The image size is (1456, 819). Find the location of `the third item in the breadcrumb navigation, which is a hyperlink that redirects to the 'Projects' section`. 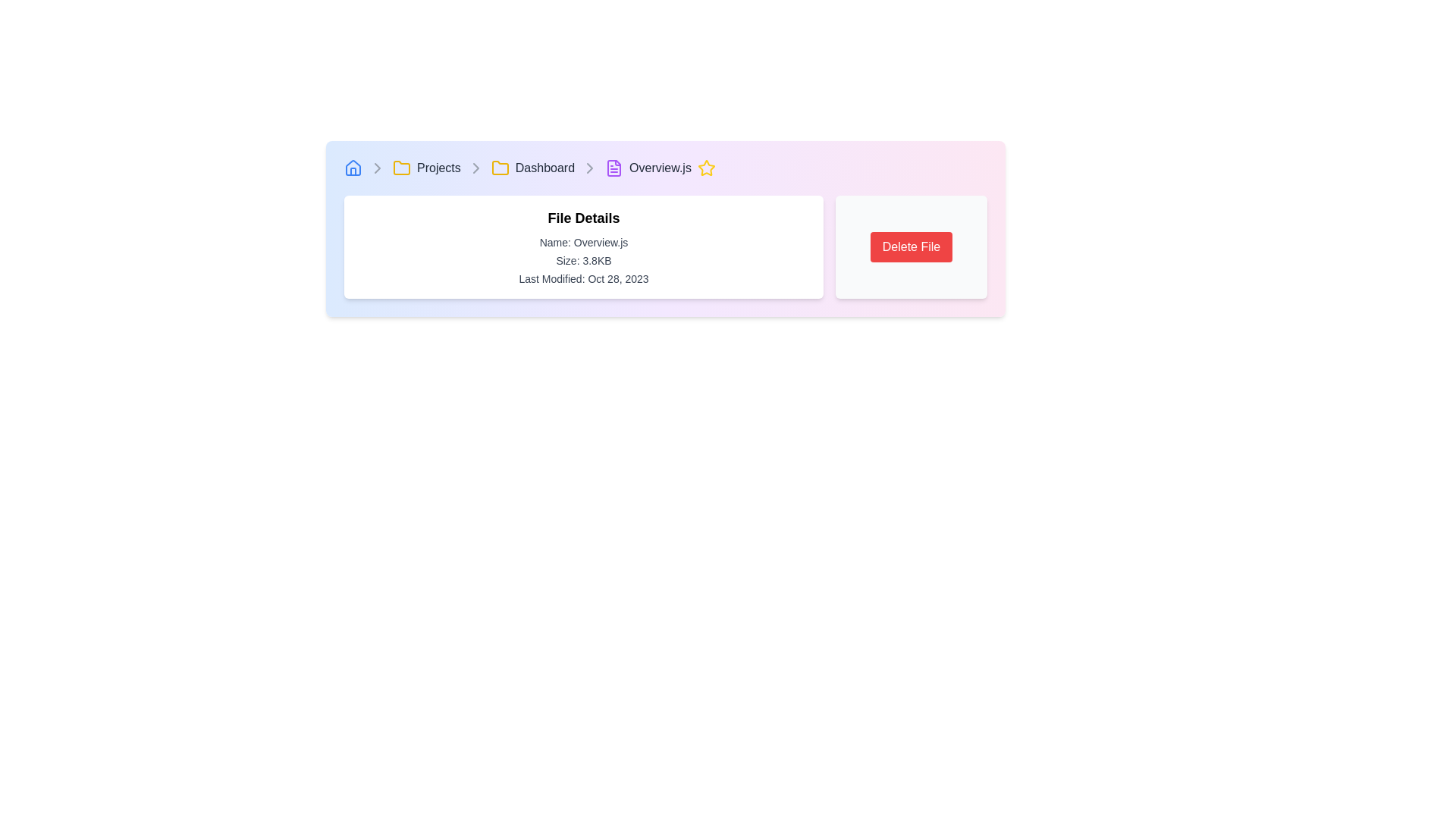

the third item in the breadcrumb navigation, which is a hyperlink that redirects to the 'Projects' section is located at coordinates (438, 168).